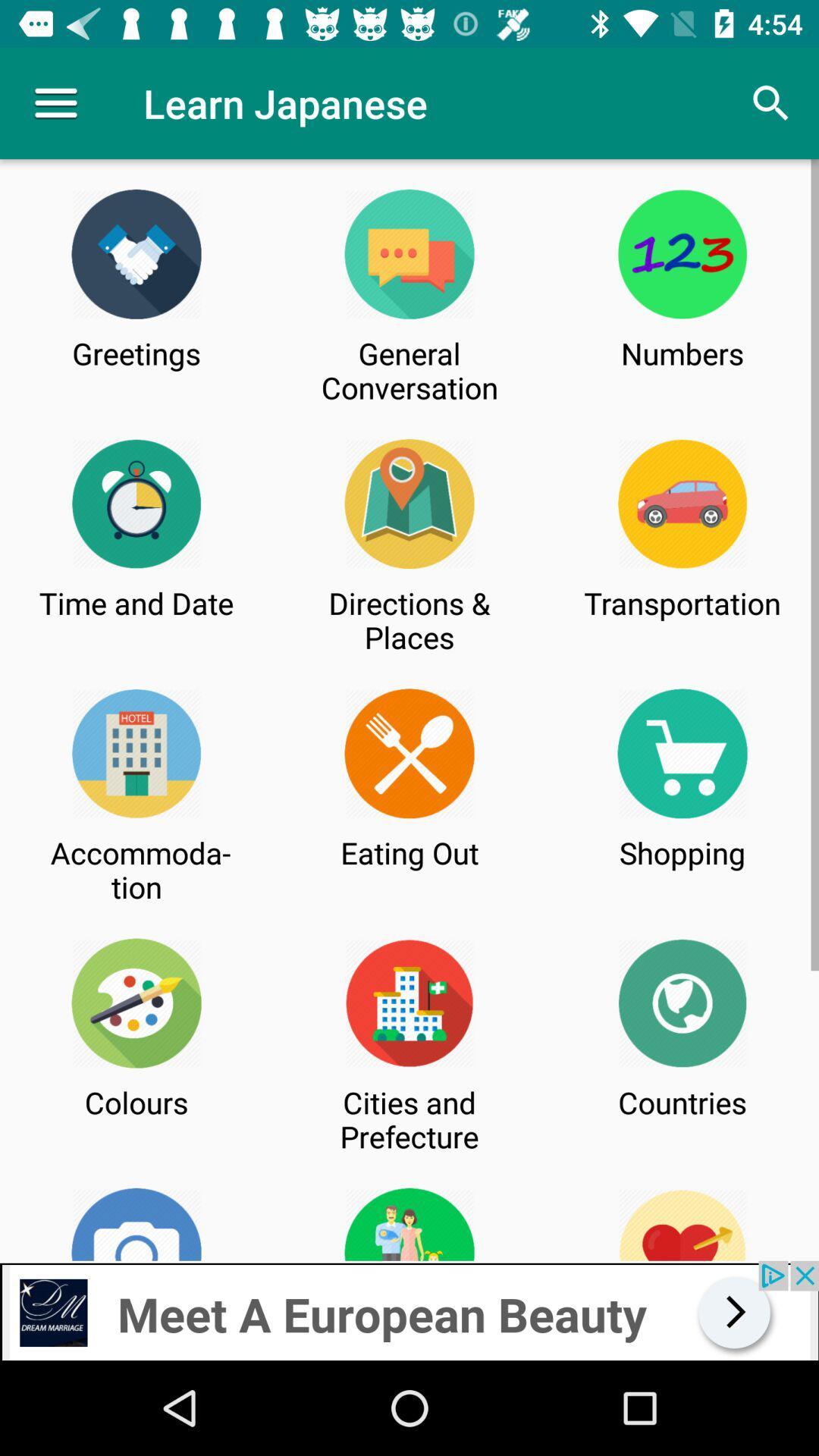 The width and height of the screenshot is (819, 1456). Describe the element at coordinates (136, 1224) in the screenshot. I see `the camera icon` at that location.